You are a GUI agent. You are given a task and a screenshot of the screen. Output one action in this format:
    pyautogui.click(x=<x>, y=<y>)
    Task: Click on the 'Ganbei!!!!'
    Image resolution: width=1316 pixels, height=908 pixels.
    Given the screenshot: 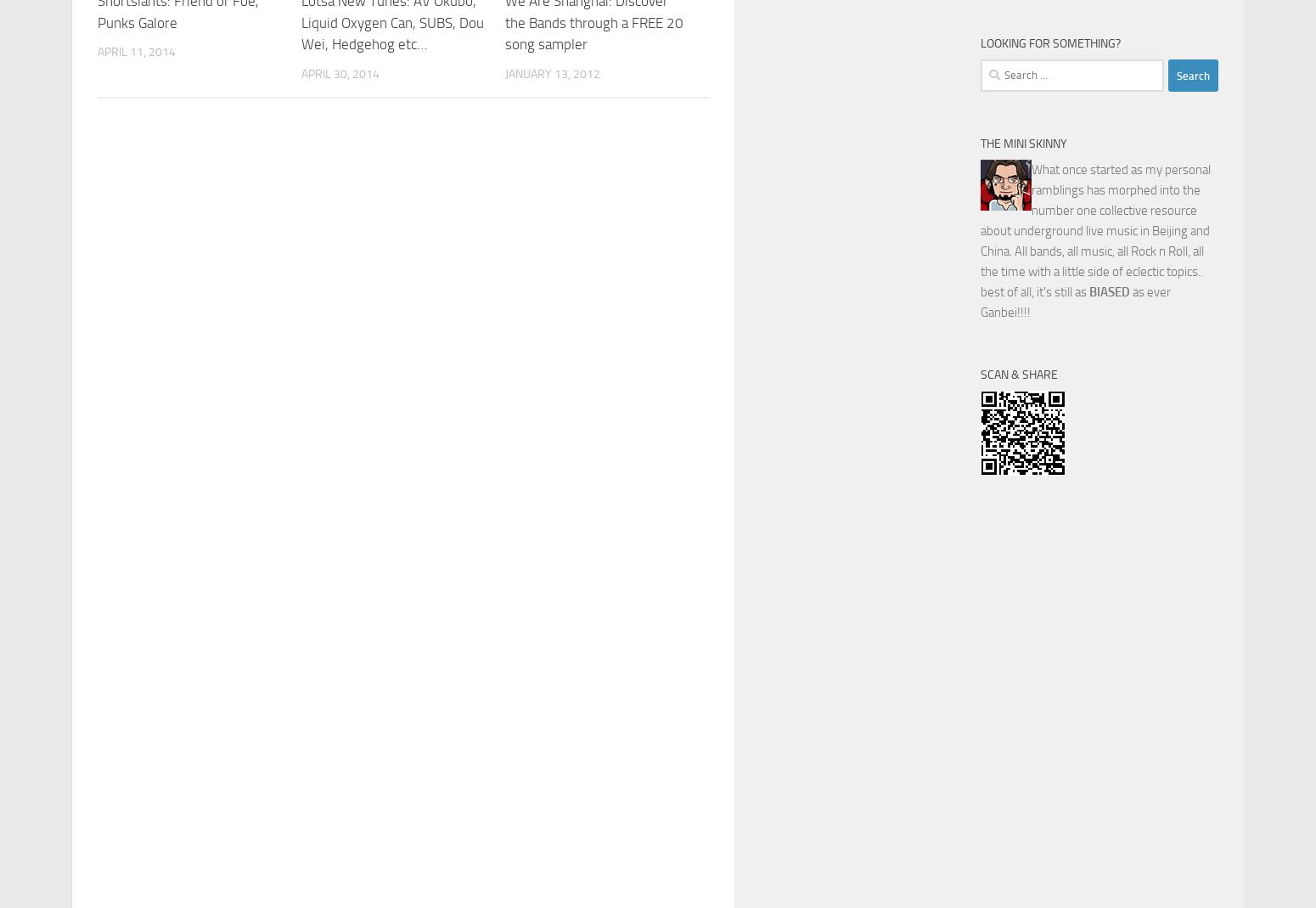 What is the action you would take?
    pyautogui.click(x=980, y=312)
    